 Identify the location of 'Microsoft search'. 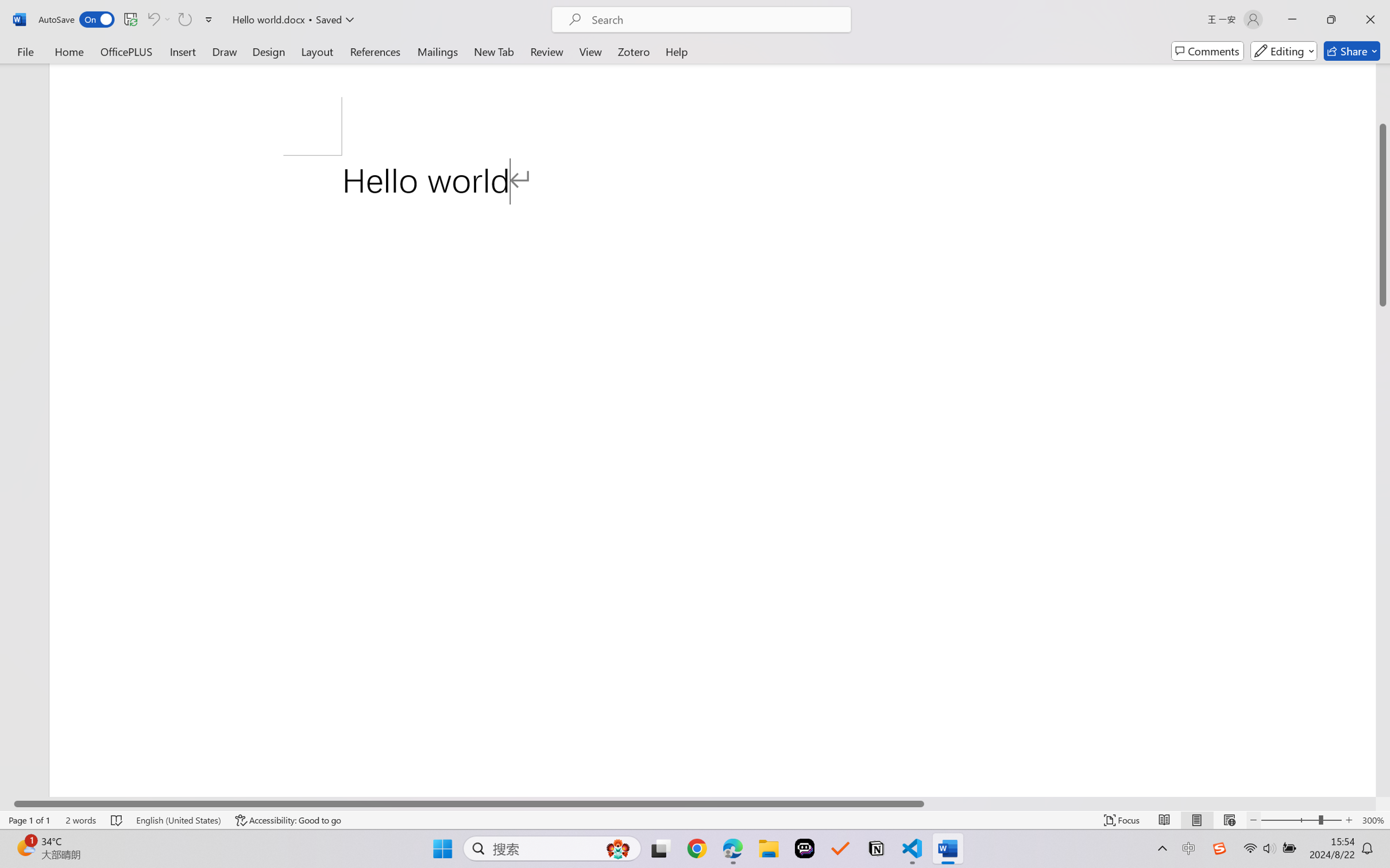
(716, 19).